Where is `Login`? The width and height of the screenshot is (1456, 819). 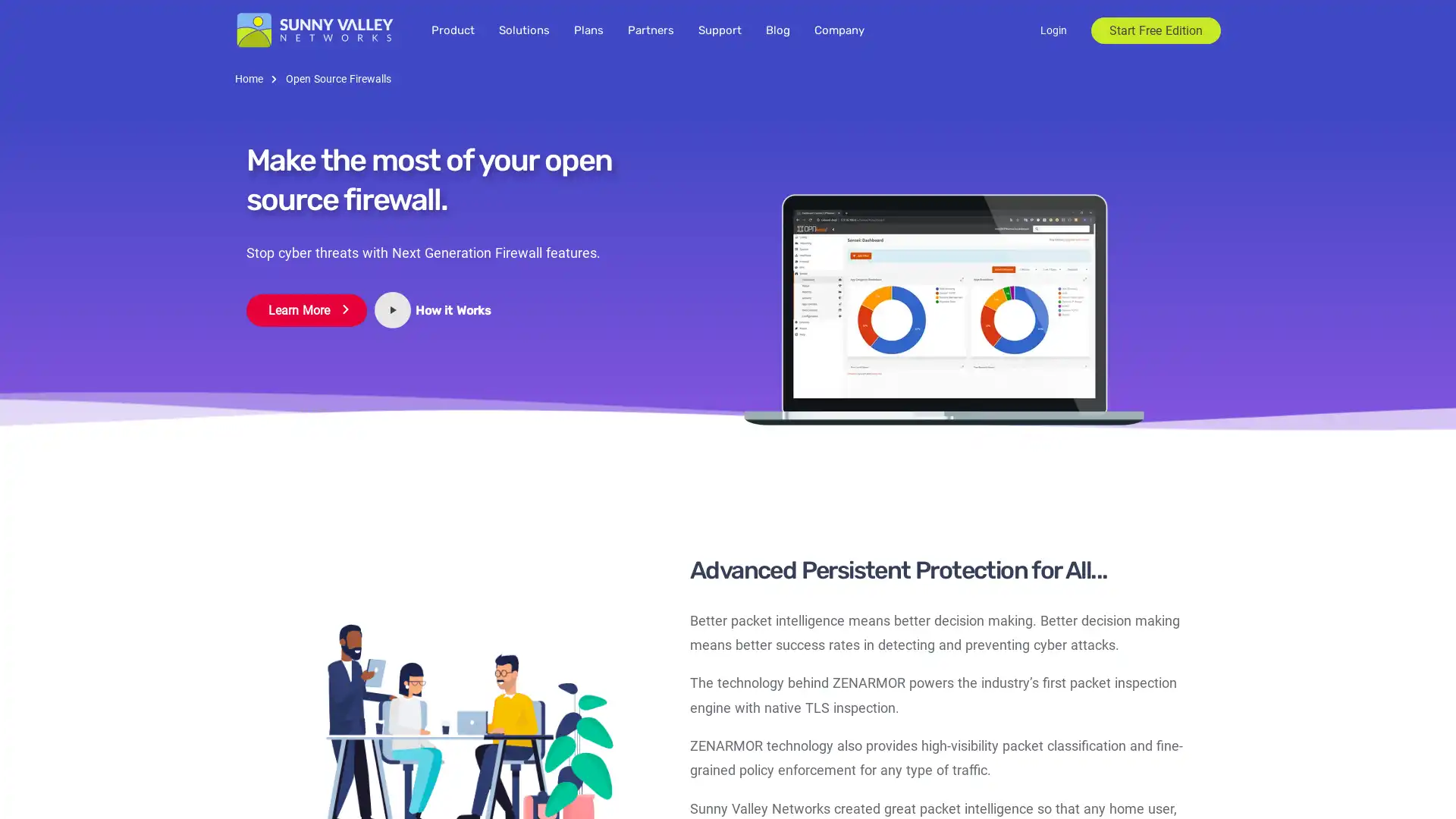
Login is located at coordinates (1053, 30).